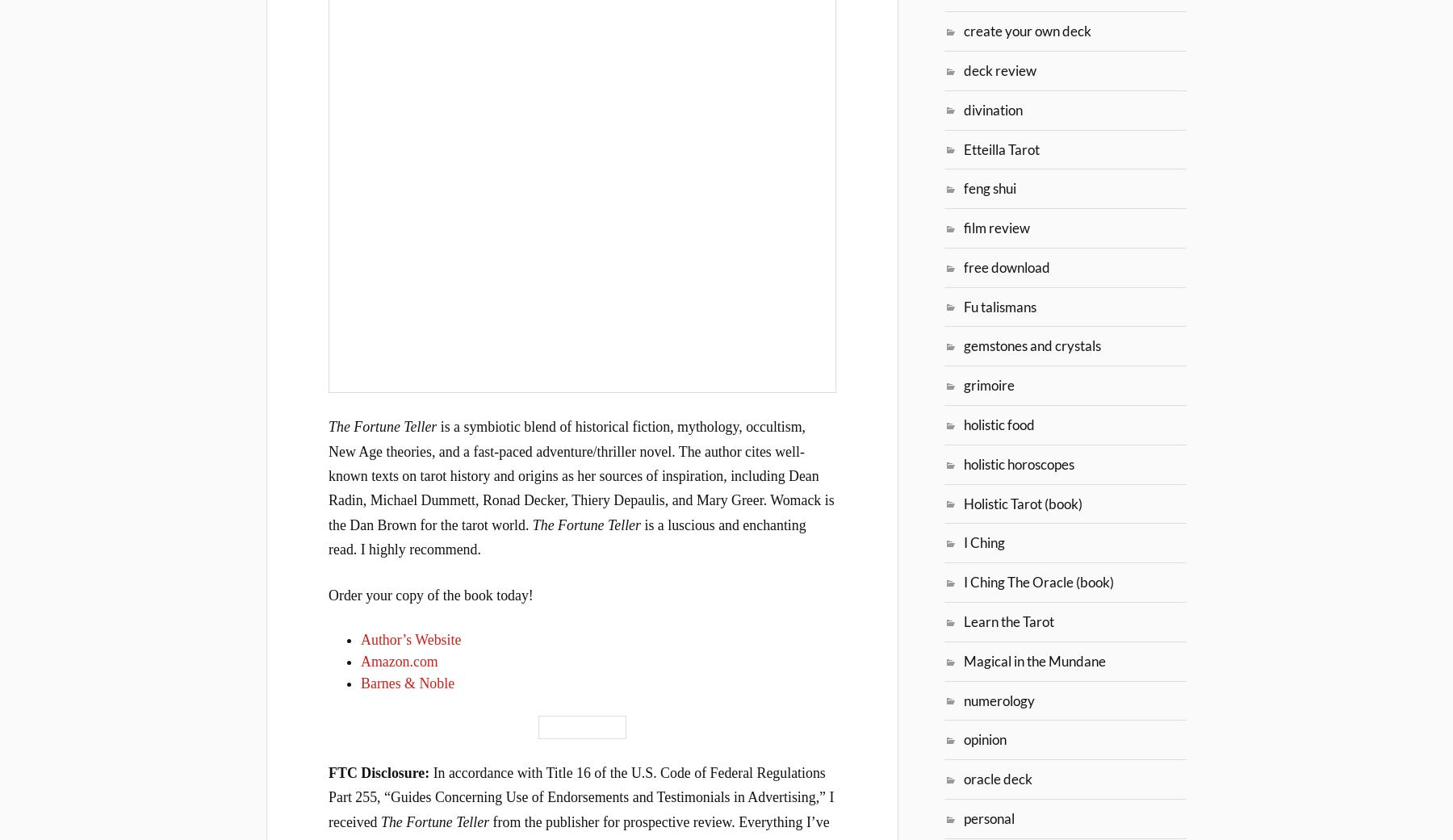 Image resolution: width=1453 pixels, height=840 pixels. What do you see at coordinates (962, 503) in the screenshot?
I see `'Holistic Tarot (book)'` at bounding box center [962, 503].